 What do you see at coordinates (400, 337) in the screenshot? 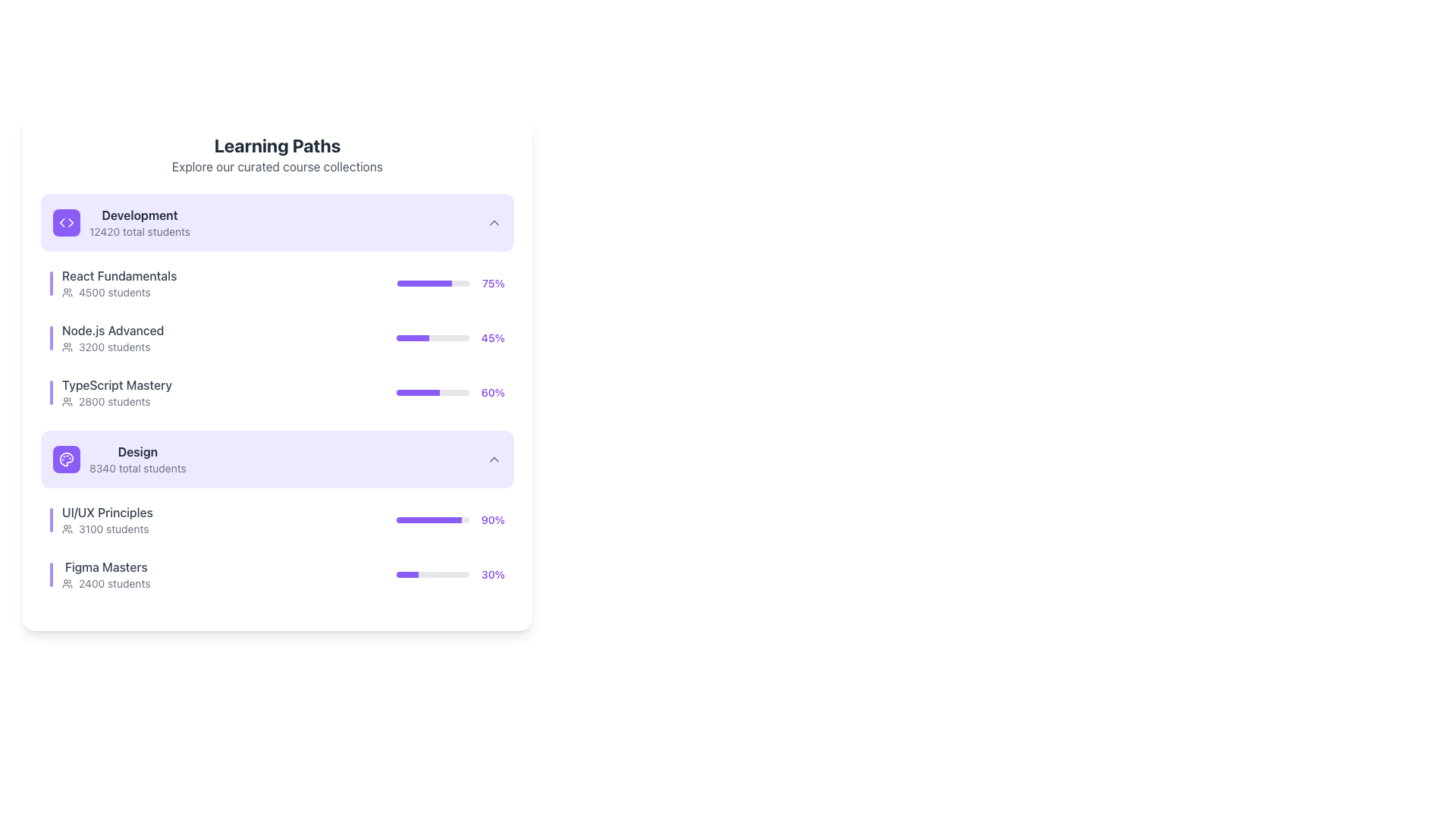
I see `progress` at bounding box center [400, 337].